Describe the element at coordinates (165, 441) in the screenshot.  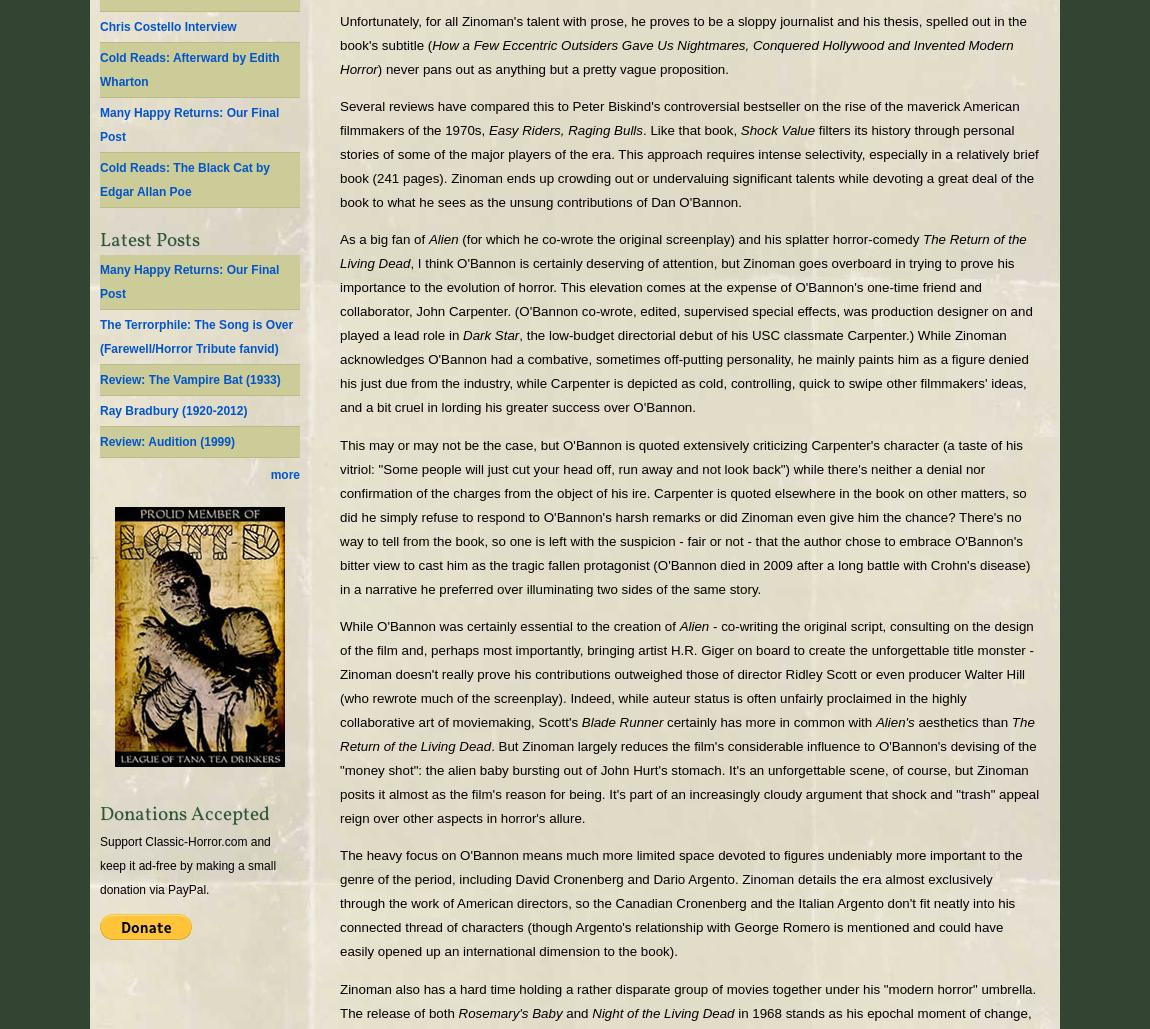
I see `'Review: Audition (1999)'` at that location.